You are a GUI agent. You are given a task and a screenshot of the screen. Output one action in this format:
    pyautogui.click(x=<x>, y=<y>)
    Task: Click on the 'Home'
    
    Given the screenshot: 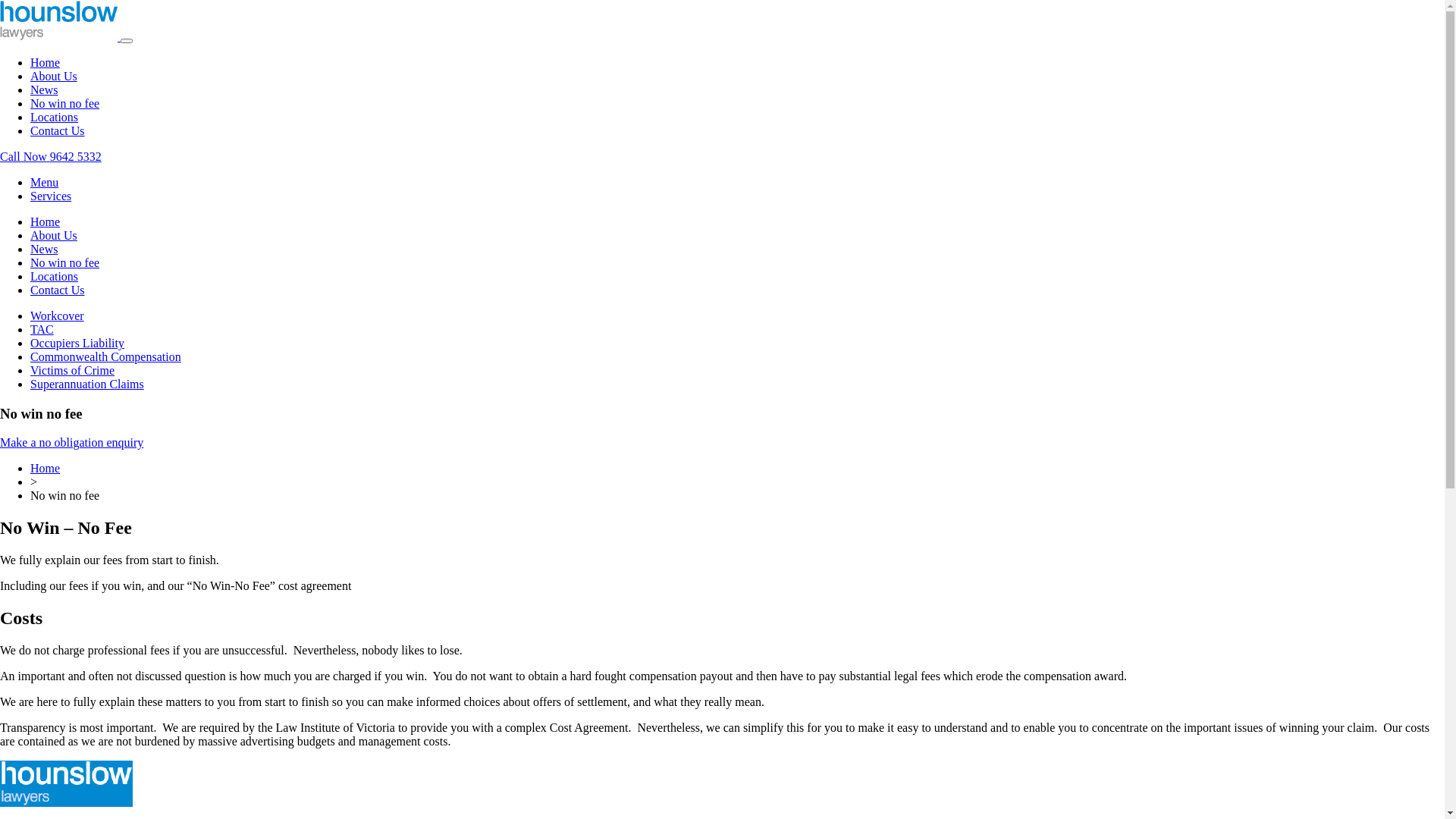 What is the action you would take?
    pyautogui.click(x=45, y=61)
    